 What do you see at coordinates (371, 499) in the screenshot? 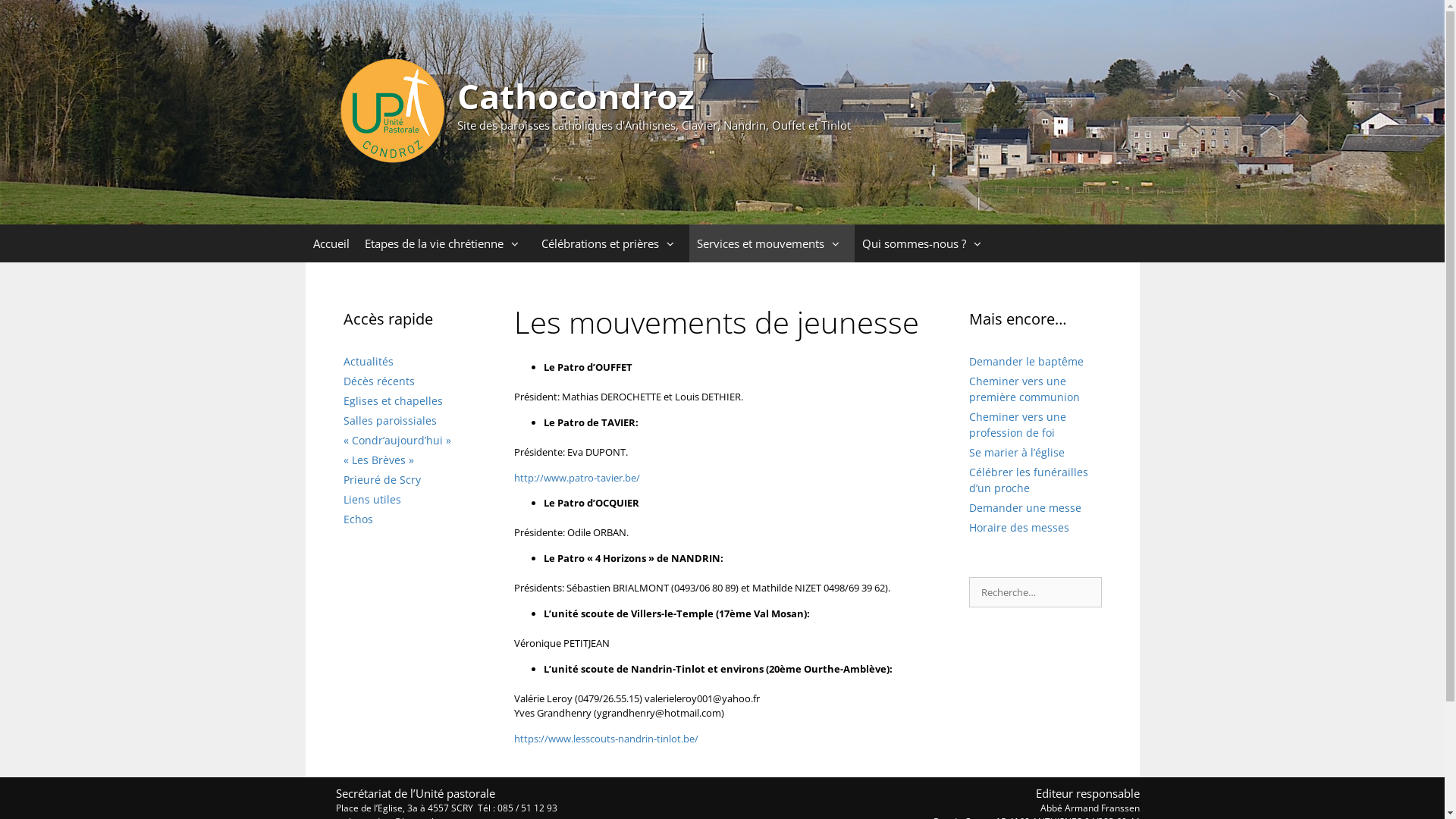
I see `'Liens utiles'` at bounding box center [371, 499].